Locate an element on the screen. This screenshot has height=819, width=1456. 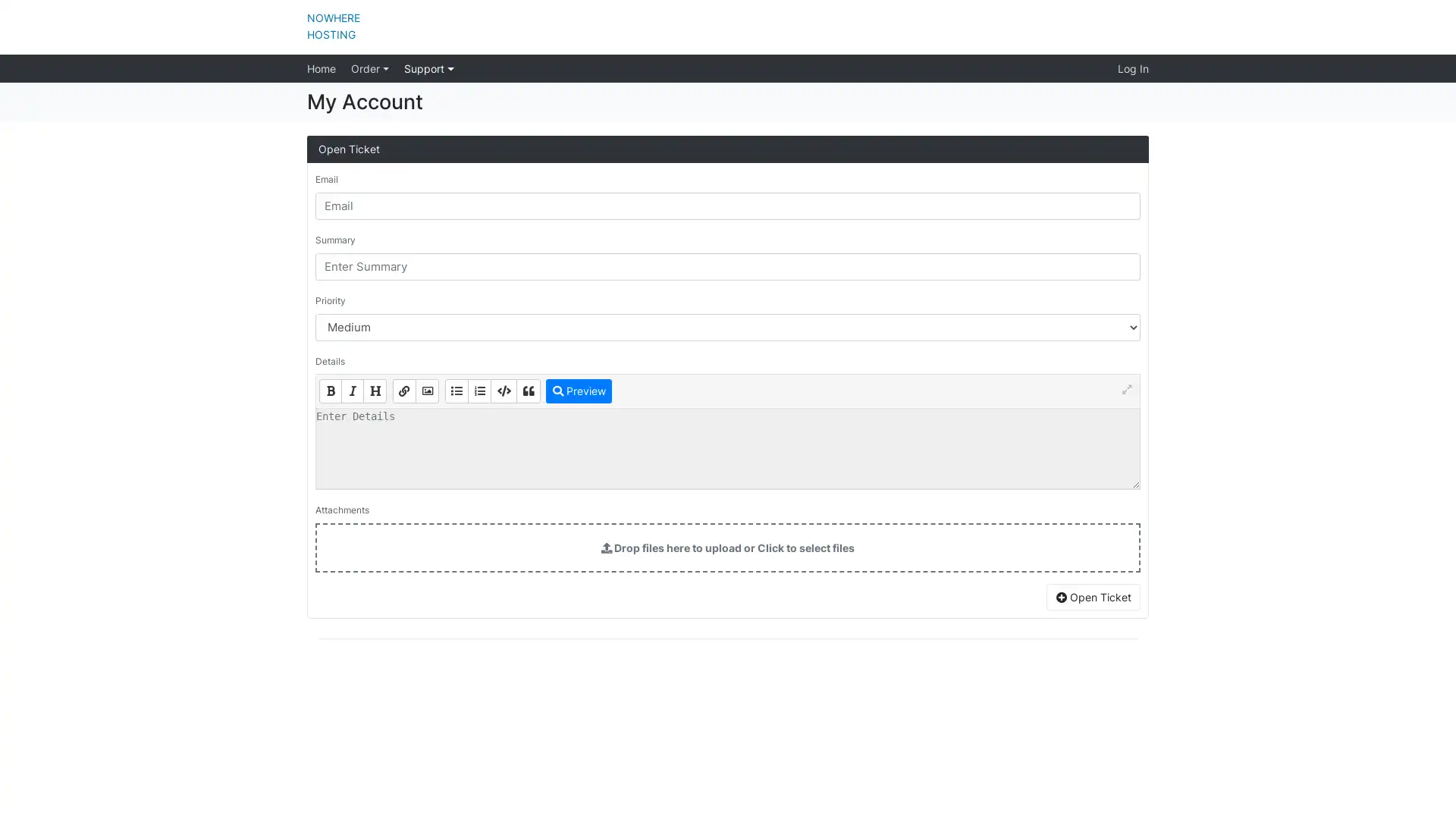
Open Ticket is located at coordinates (1093, 596).